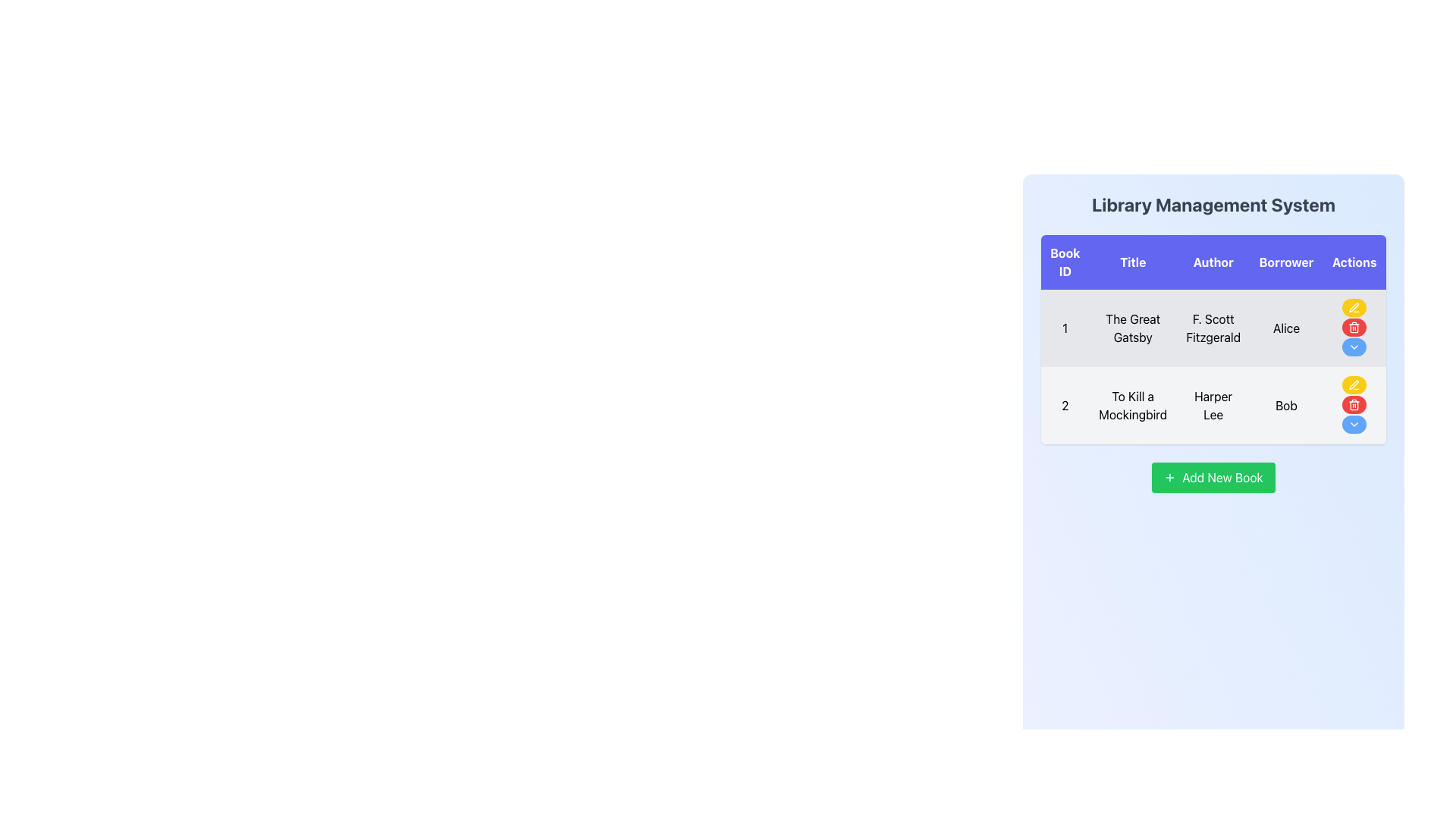 This screenshot has height=819, width=1456. I want to click on the 'Authors' text label, which is the third column heading in a five-column table header, located between 'Title' and 'Borrower', so click(1213, 262).